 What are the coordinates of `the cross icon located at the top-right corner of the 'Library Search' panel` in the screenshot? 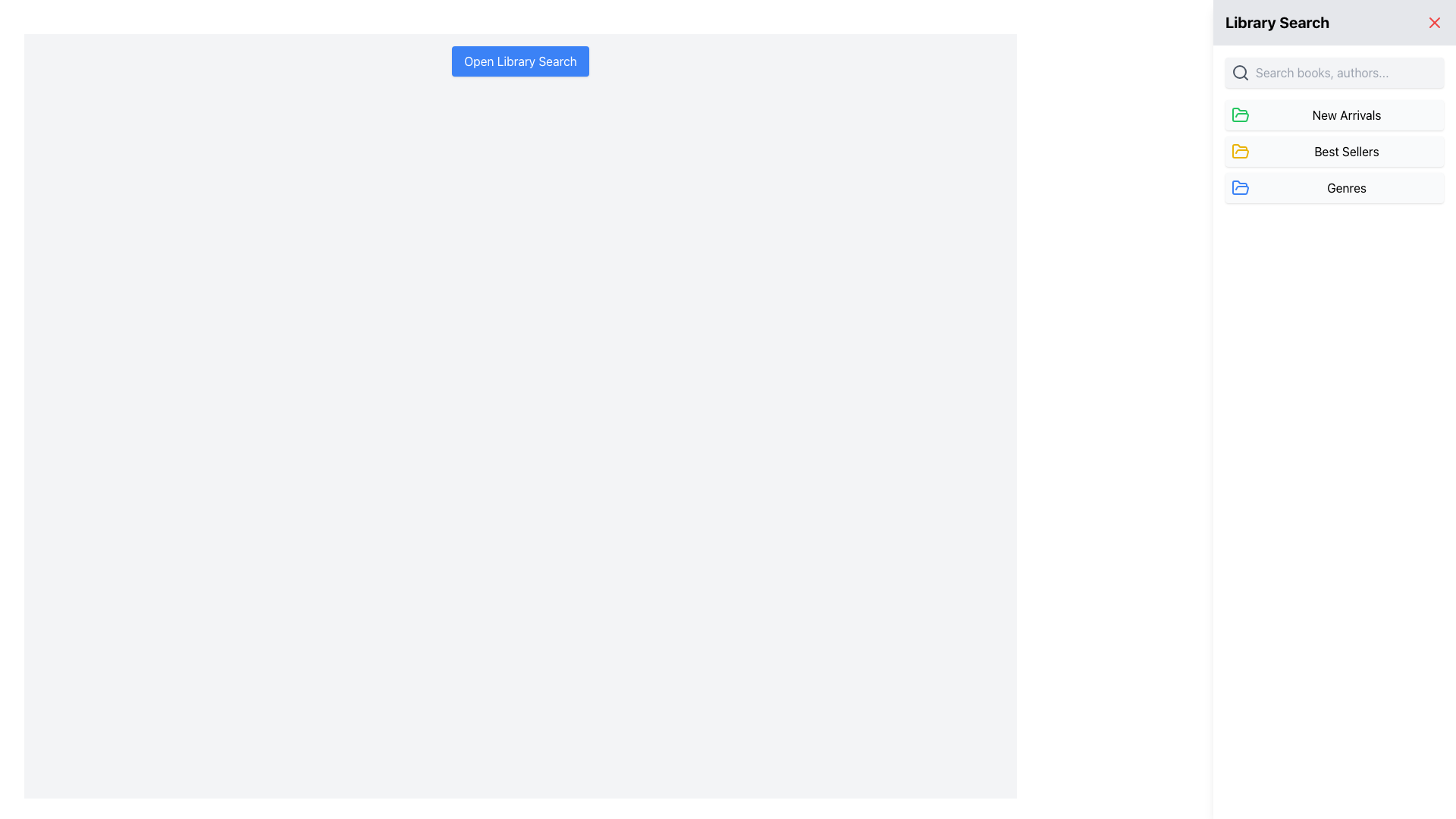 It's located at (1433, 23).